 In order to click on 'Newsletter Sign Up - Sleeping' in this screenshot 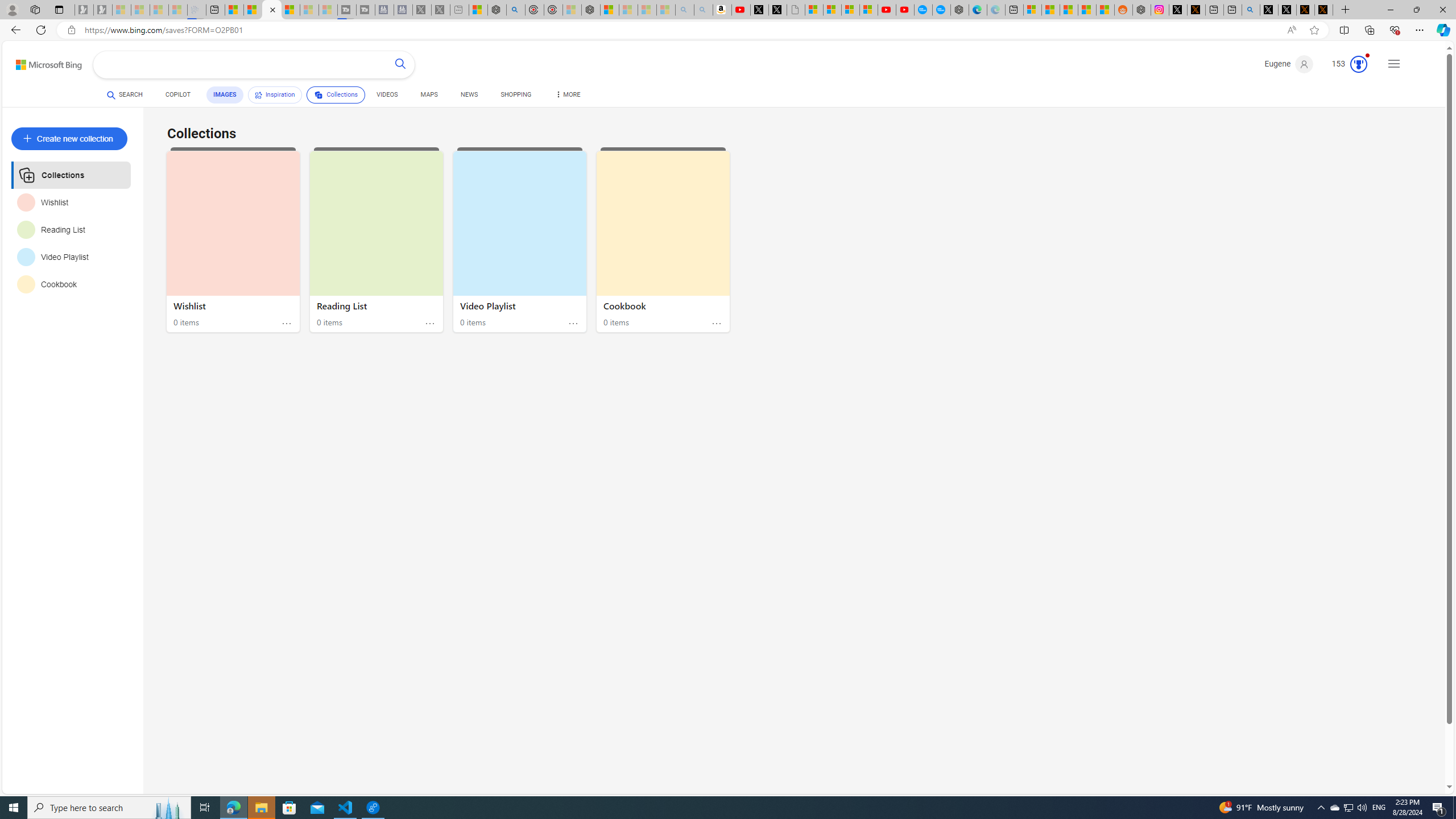, I will do `click(102, 9)`.